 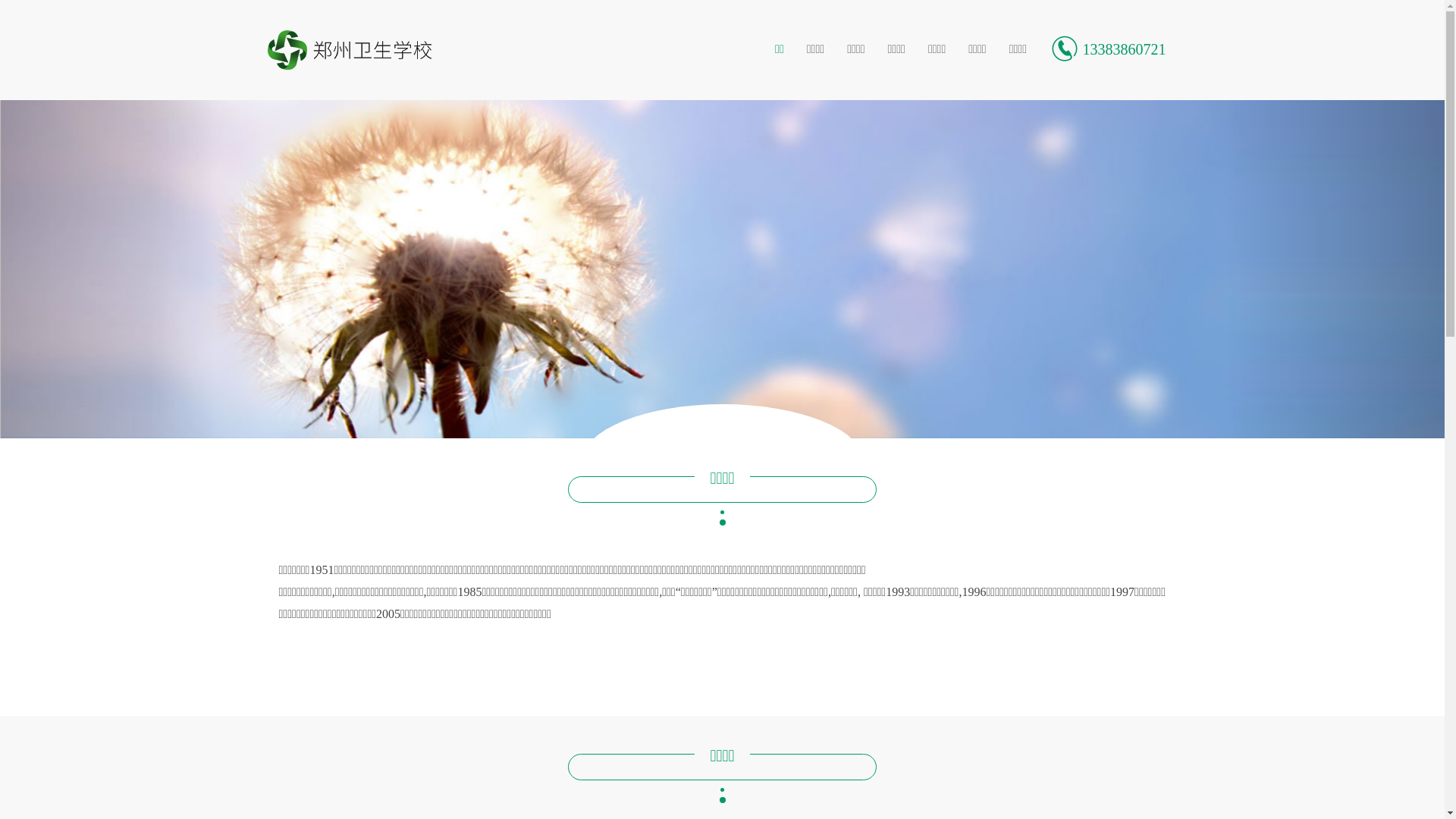 I want to click on '13383860721', so click(x=1107, y=49).